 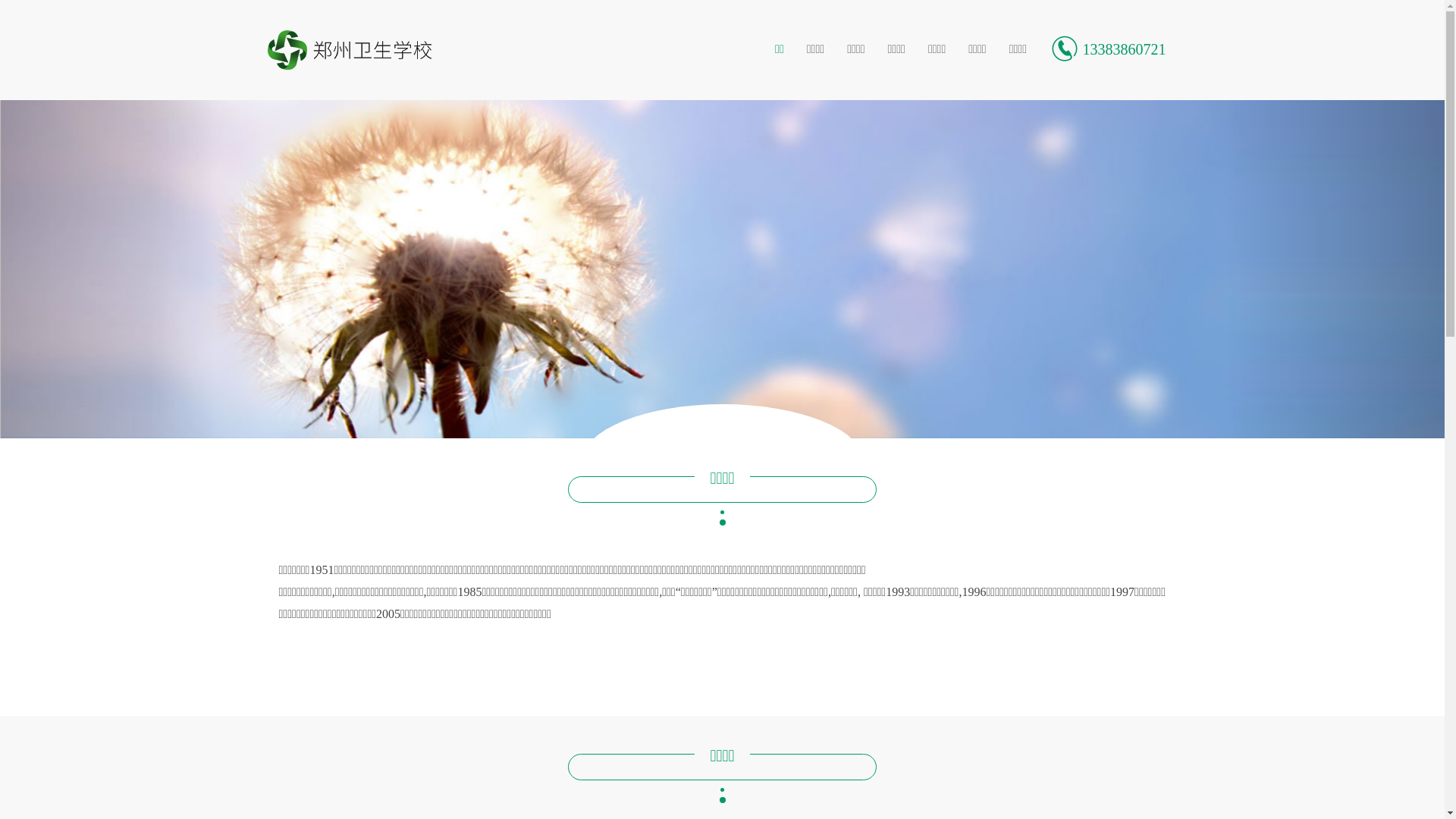 I want to click on '13383860721', so click(x=1107, y=49).